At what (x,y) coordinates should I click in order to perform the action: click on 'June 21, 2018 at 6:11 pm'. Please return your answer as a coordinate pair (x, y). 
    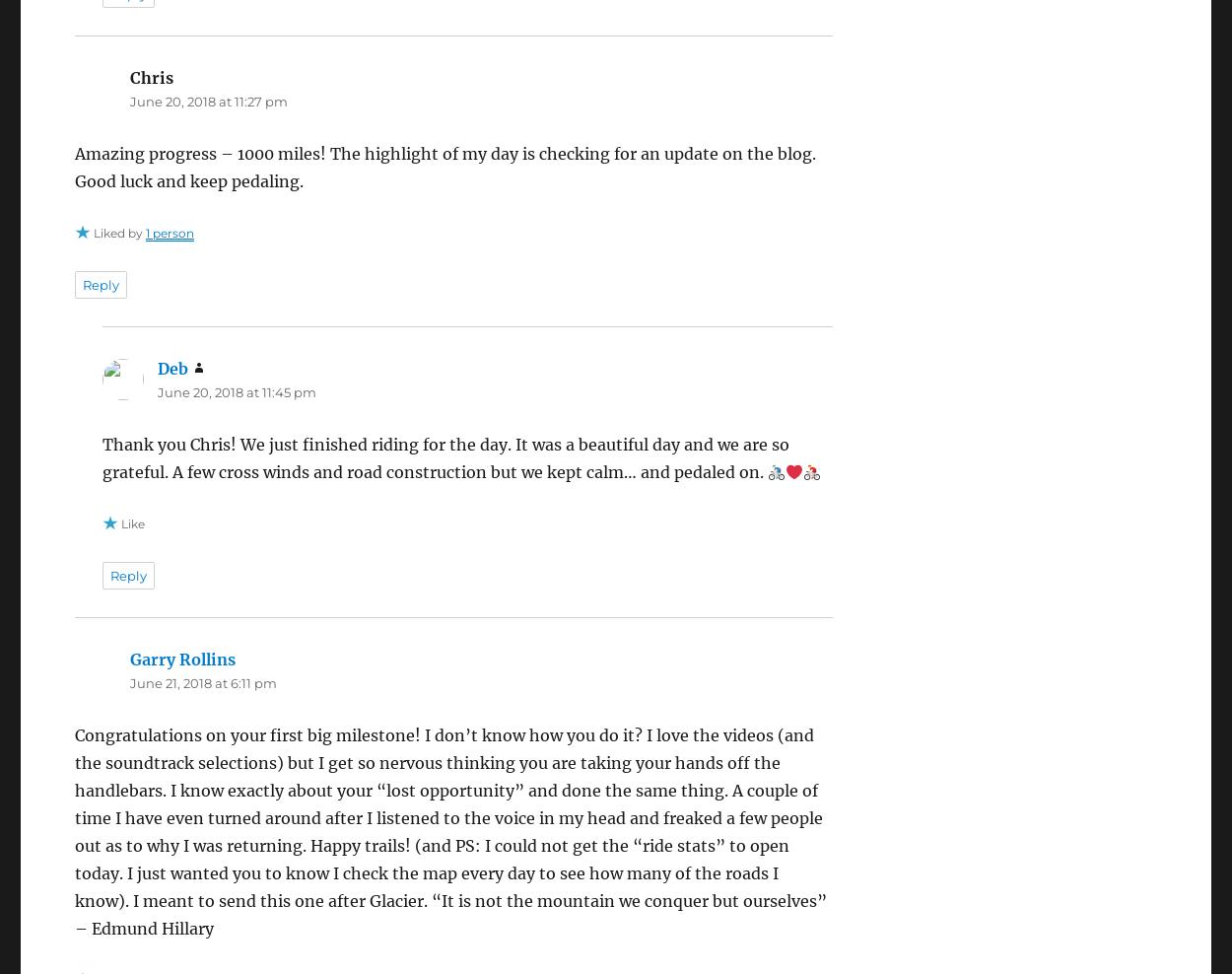
    Looking at the image, I should click on (129, 681).